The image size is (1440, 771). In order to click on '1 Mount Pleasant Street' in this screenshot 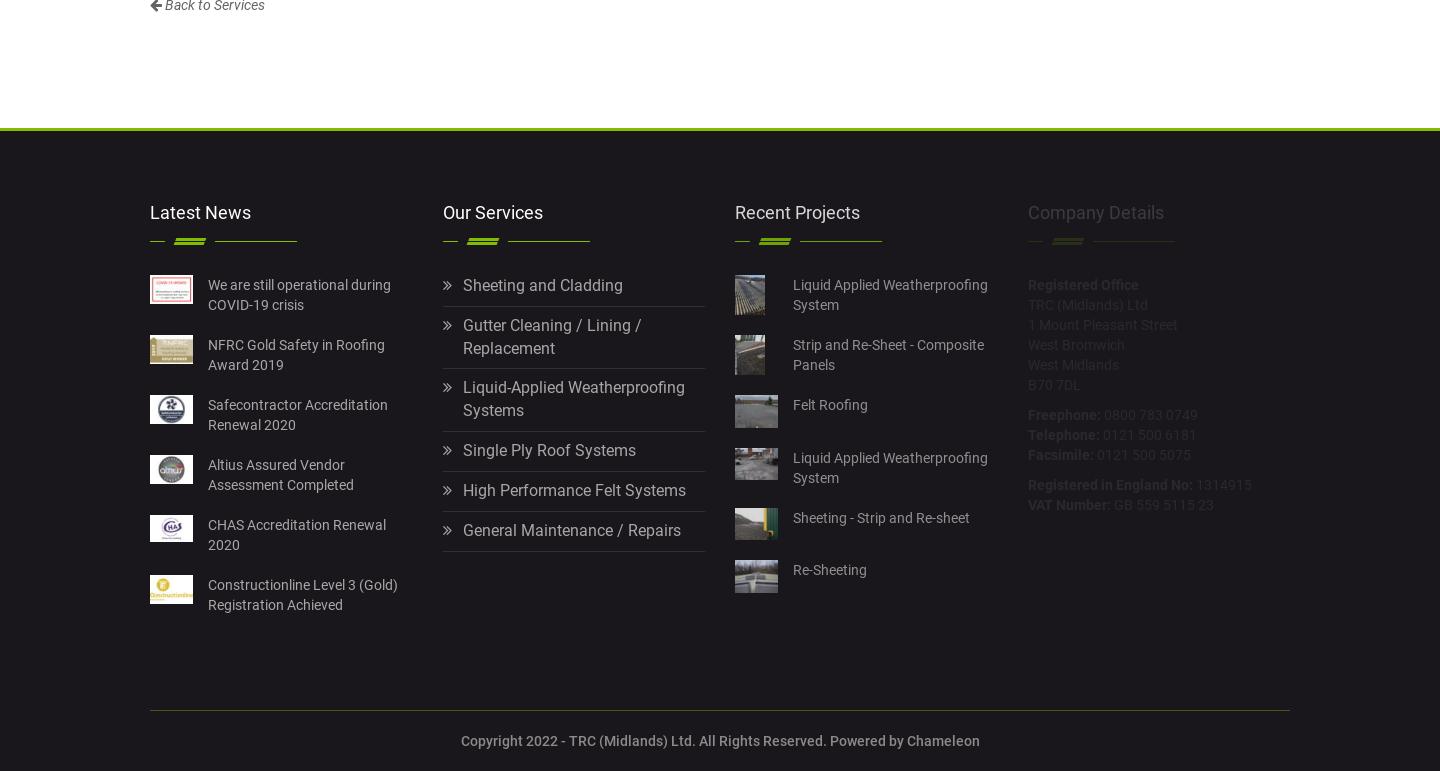, I will do `click(1027, 323)`.